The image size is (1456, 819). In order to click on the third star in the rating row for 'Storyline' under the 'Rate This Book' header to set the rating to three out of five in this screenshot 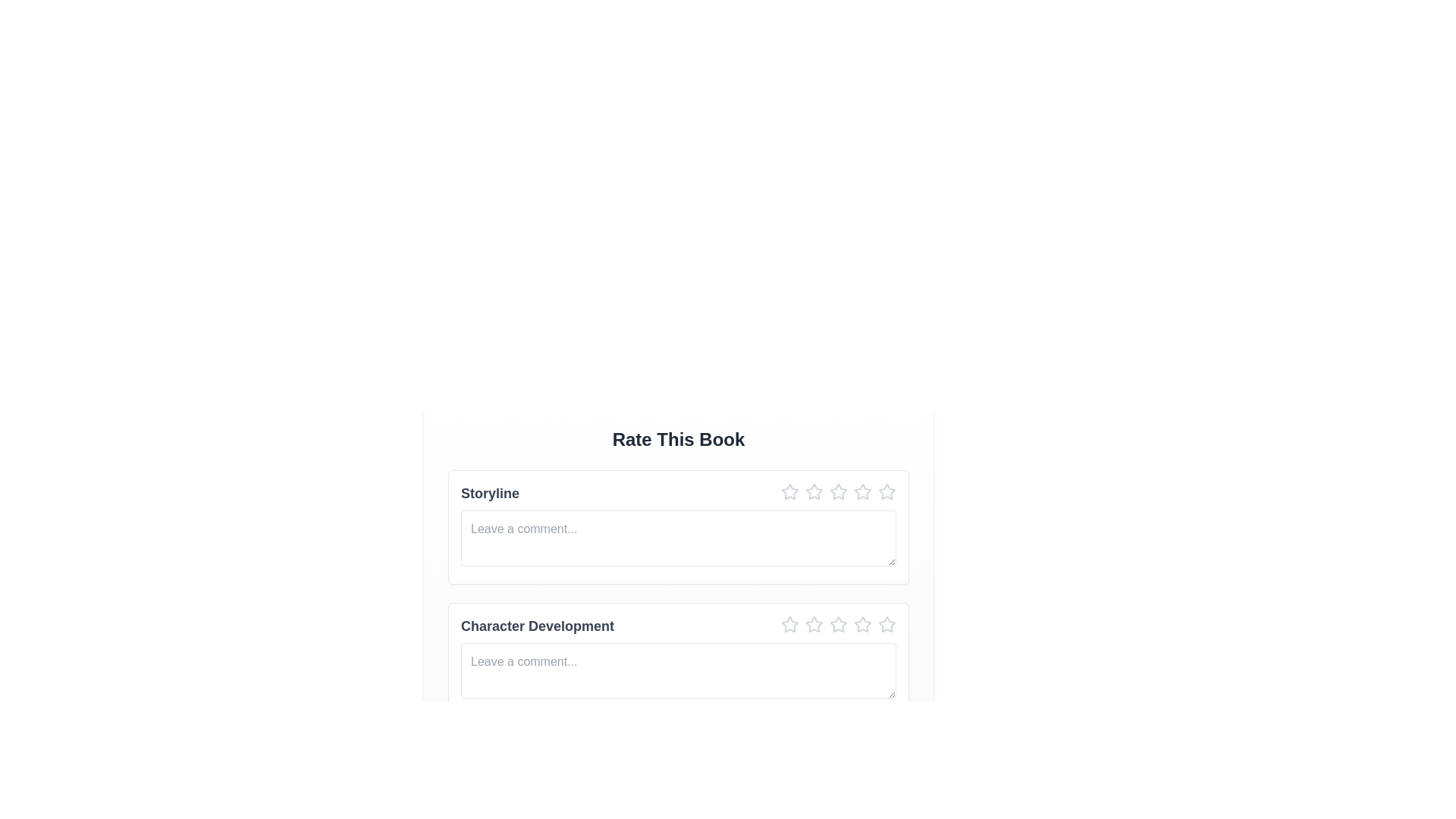, I will do `click(837, 494)`.